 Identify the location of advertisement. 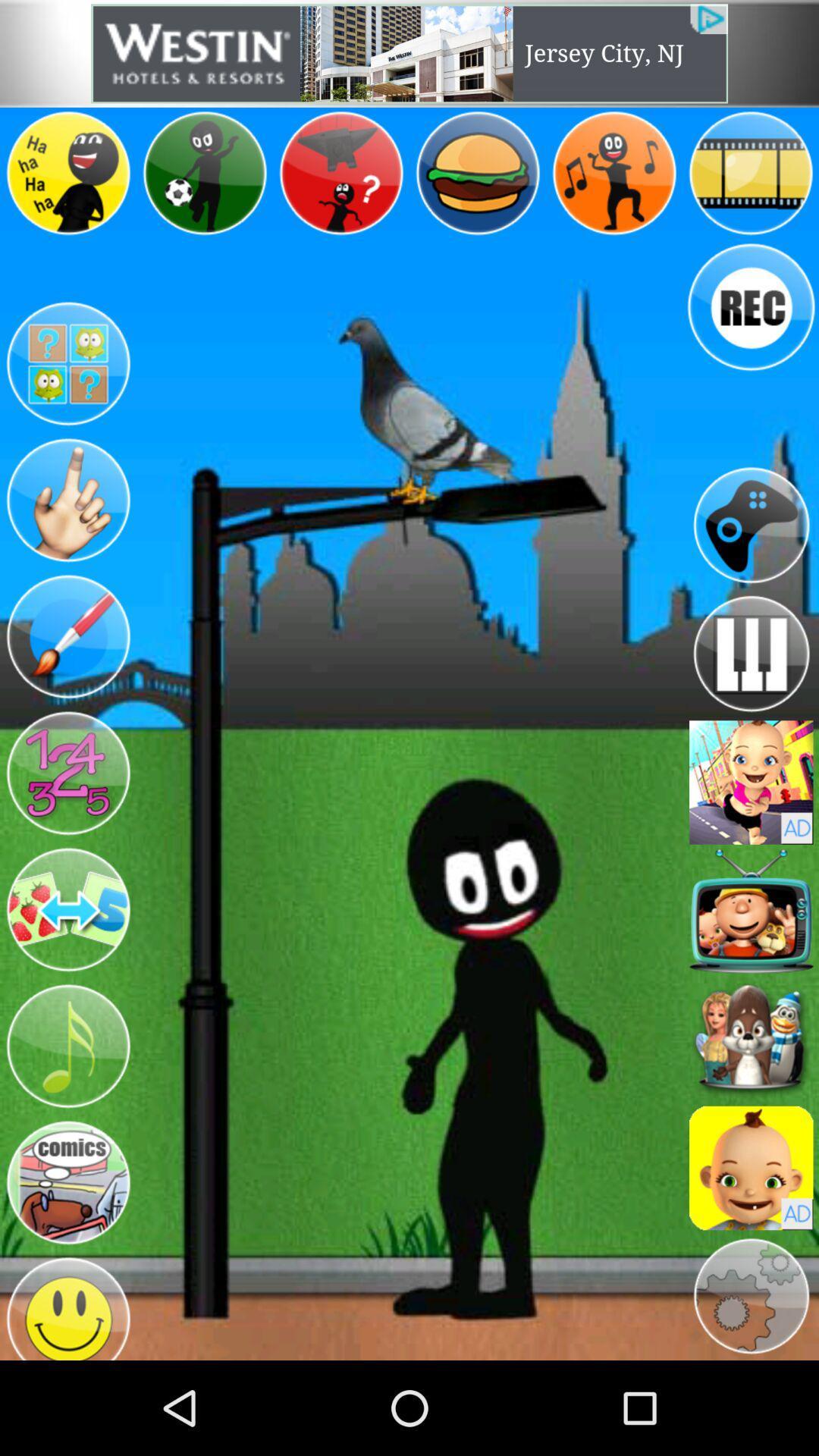
(751, 1167).